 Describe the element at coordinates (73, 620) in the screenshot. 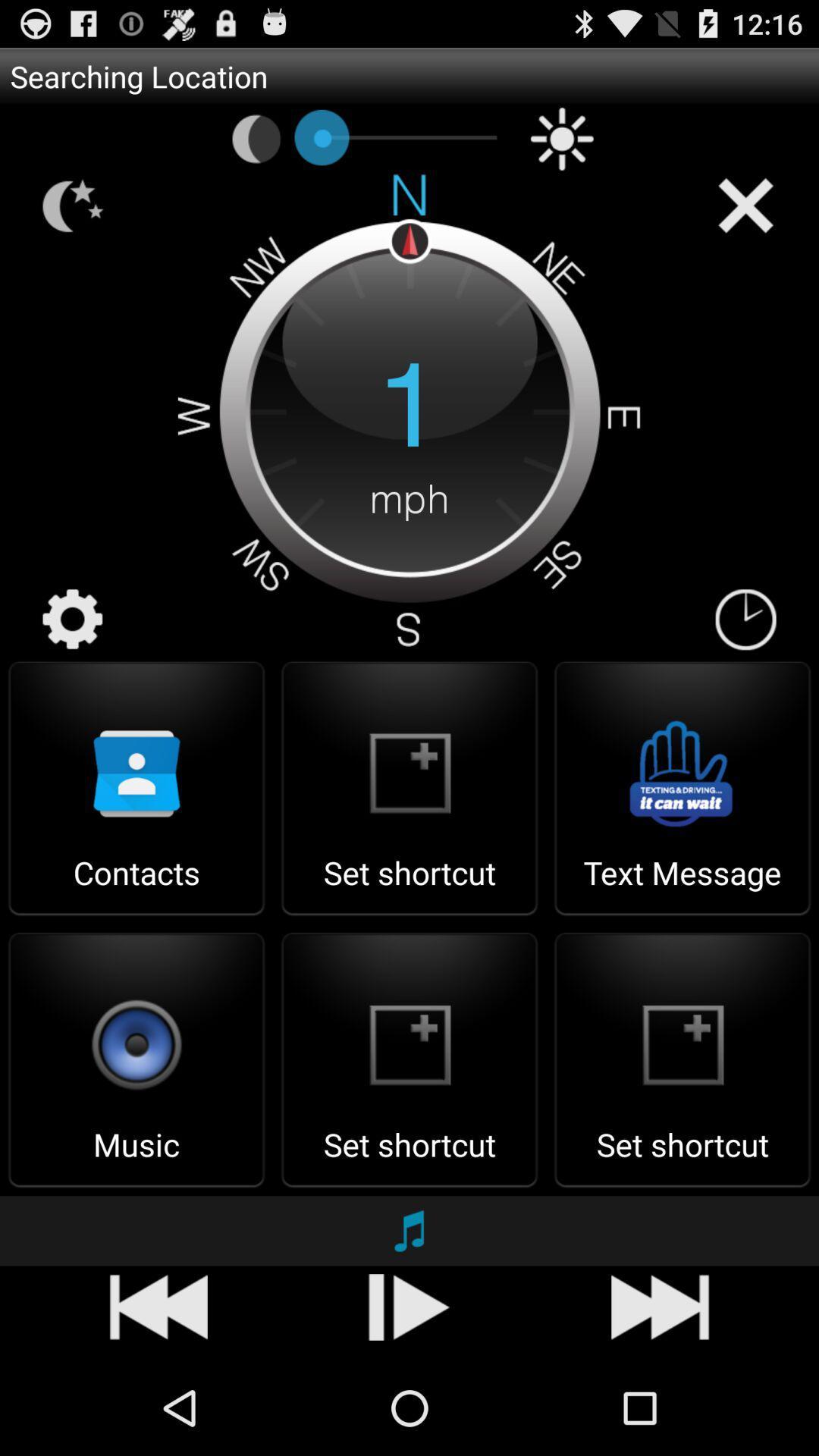

I see `app to the left of the 1 icon` at that location.